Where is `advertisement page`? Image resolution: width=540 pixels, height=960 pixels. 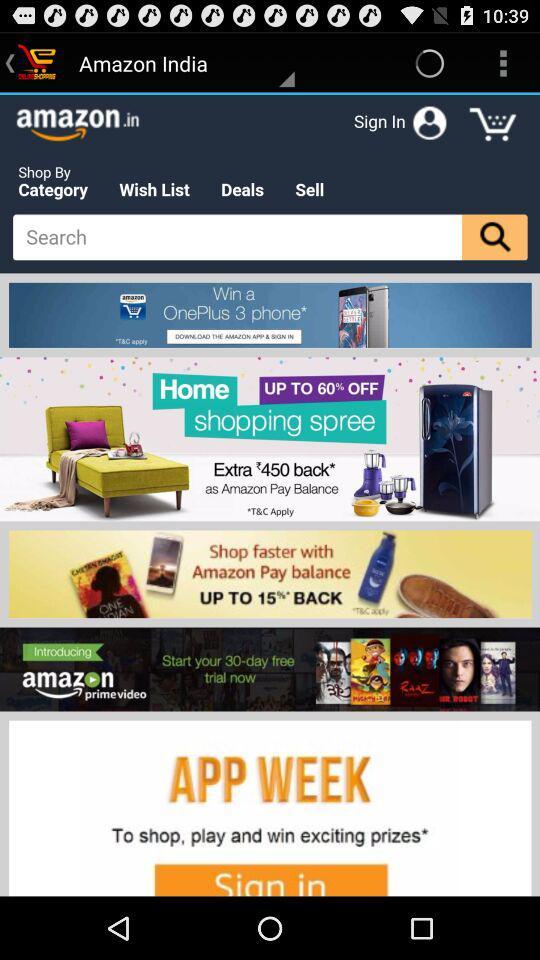 advertisement page is located at coordinates (270, 494).